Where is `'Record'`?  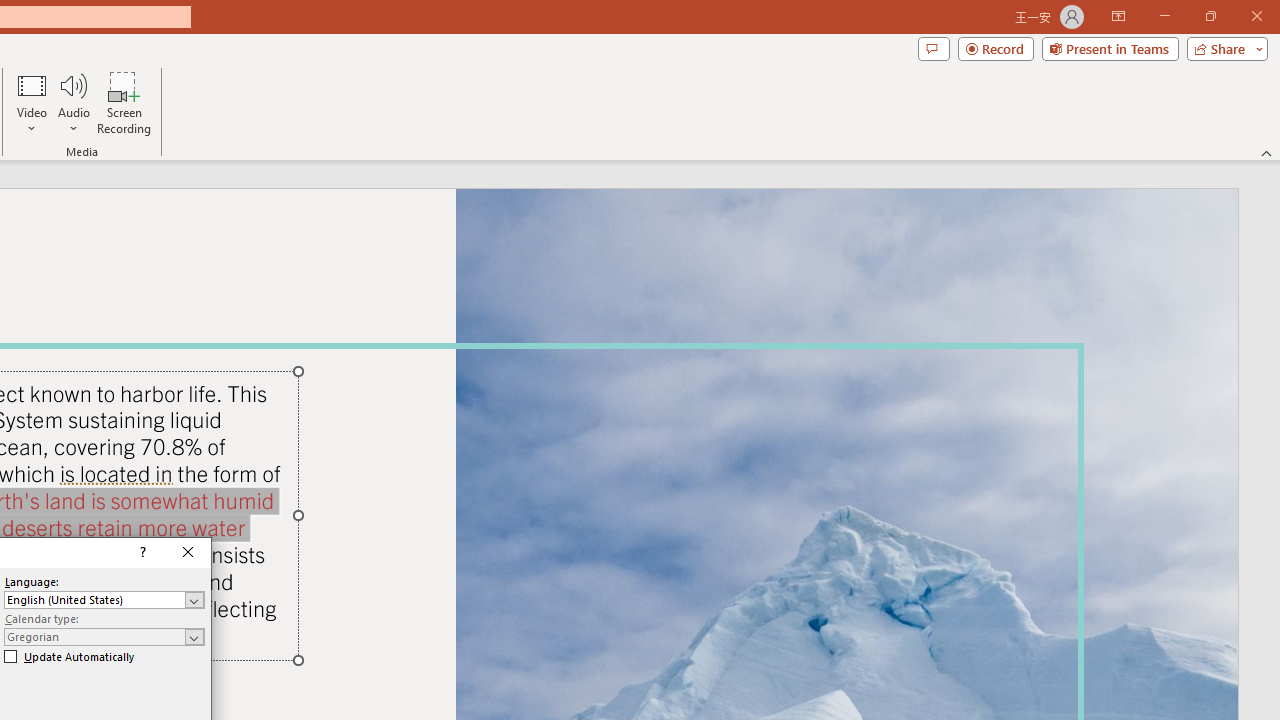 'Record' is located at coordinates (995, 47).